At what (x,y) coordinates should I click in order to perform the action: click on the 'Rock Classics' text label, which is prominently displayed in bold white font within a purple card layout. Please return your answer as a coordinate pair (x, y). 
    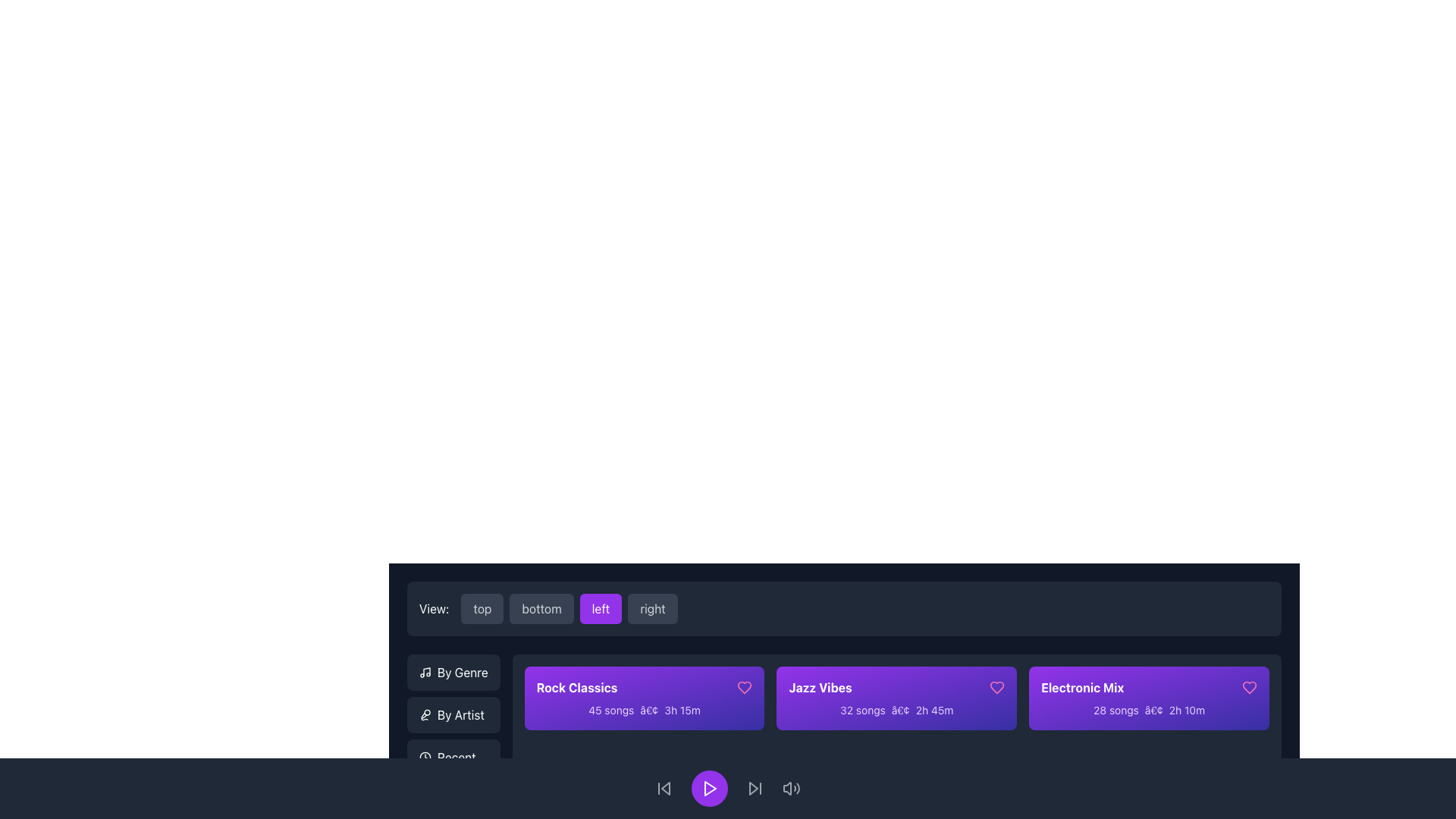
    Looking at the image, I should click on (576, 687).